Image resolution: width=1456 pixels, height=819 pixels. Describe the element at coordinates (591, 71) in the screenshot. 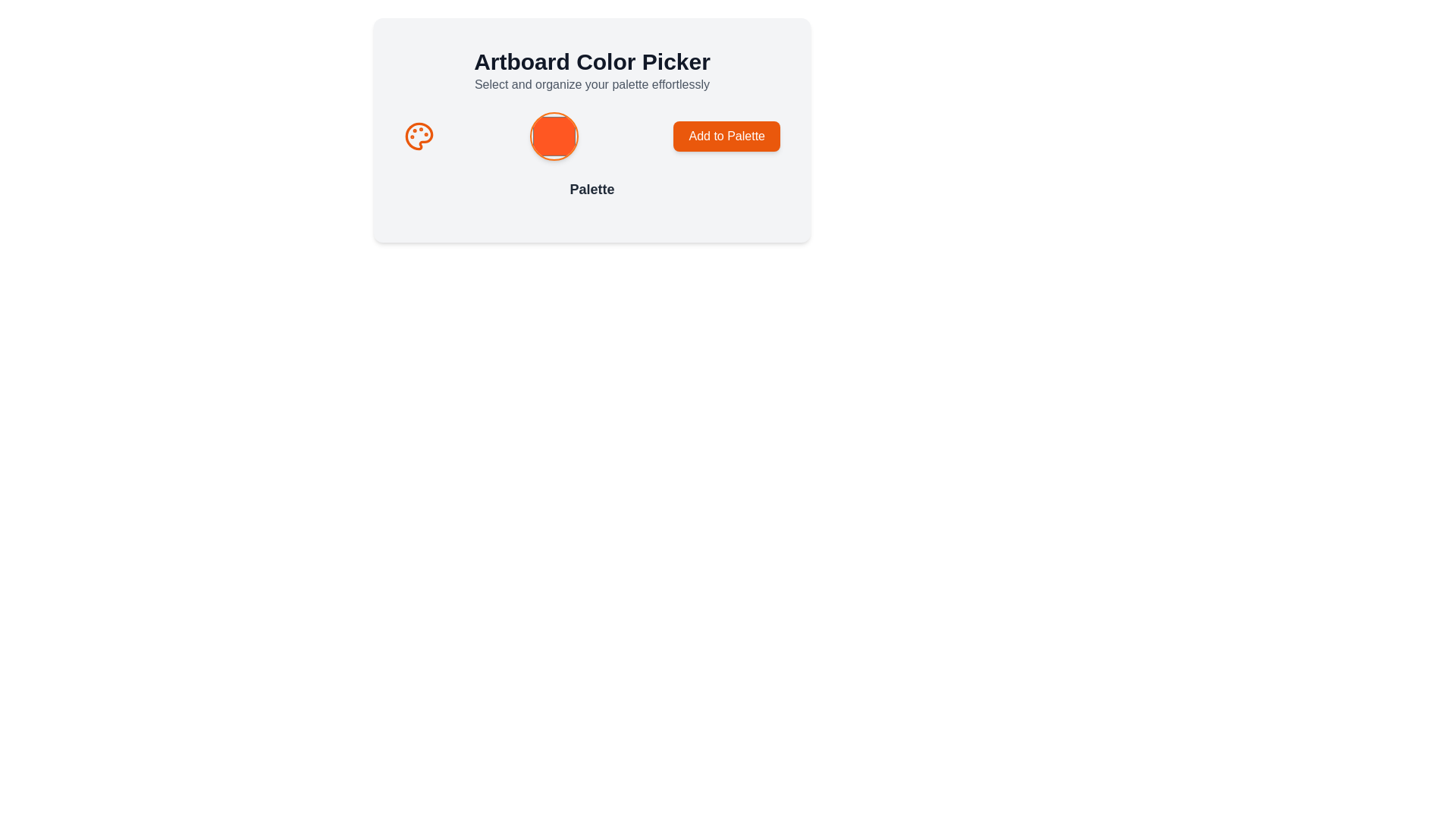

I see `text from the text block titled 'Artboard Color Picker' which includes the heading and subtitle, both centered within a gray background card` at that location.